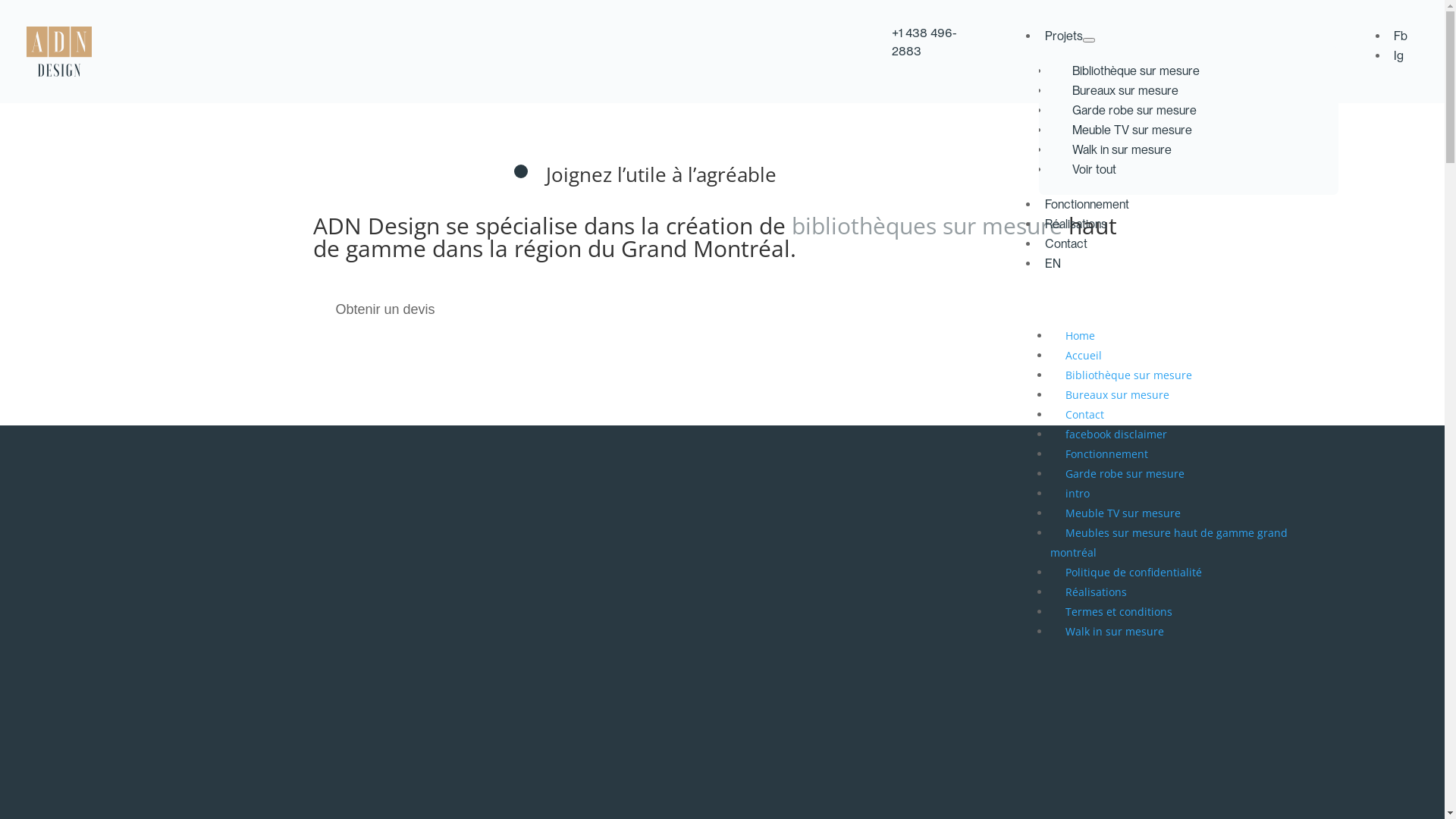 The height and width of the screenshot is (819, 1456). I want to click on 'Meuble TV sur mesure', so click(1131, 129).